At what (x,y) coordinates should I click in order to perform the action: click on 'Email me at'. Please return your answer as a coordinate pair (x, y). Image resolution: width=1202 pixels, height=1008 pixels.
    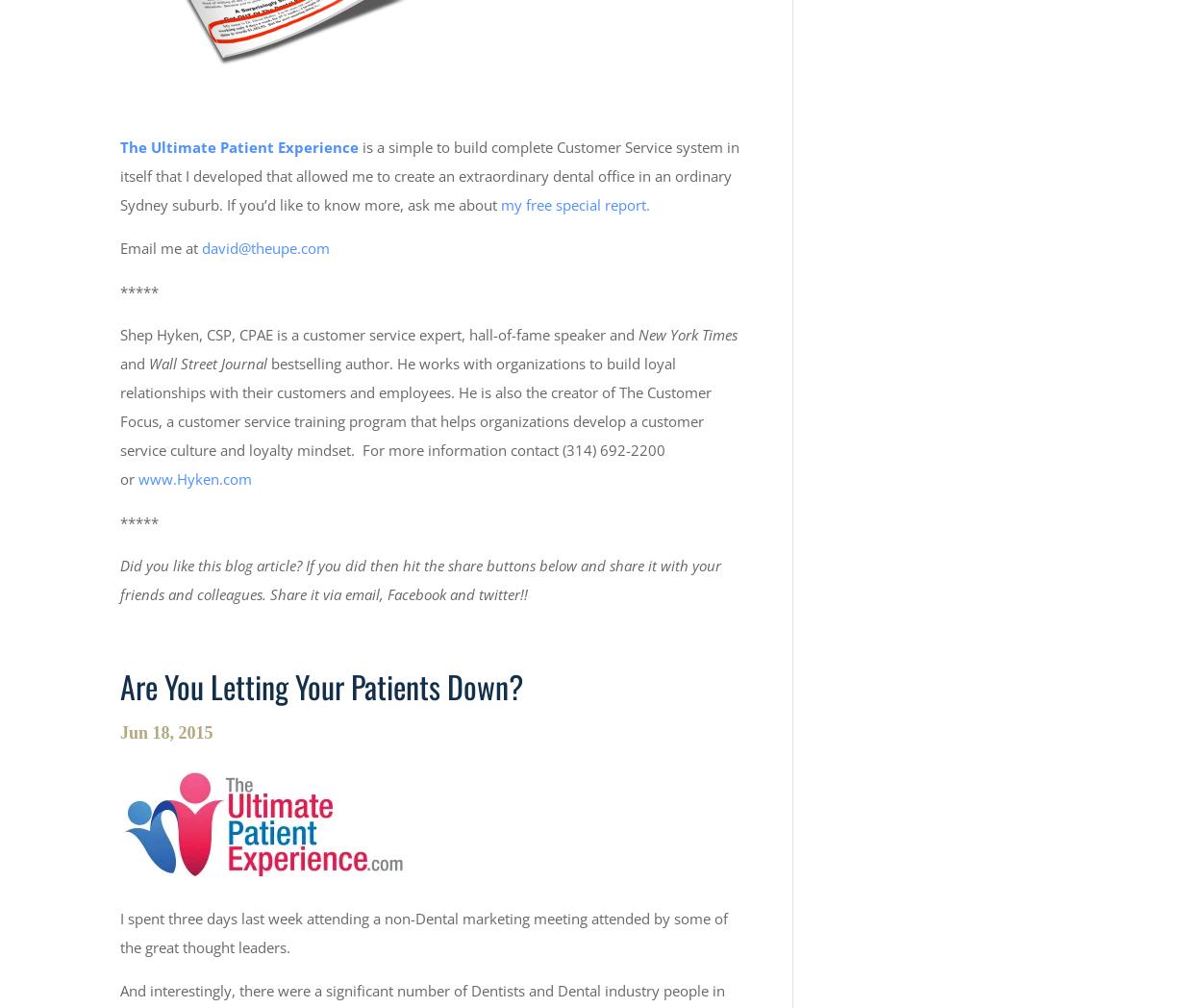
    Looking at the image, I should click on (161, 246).